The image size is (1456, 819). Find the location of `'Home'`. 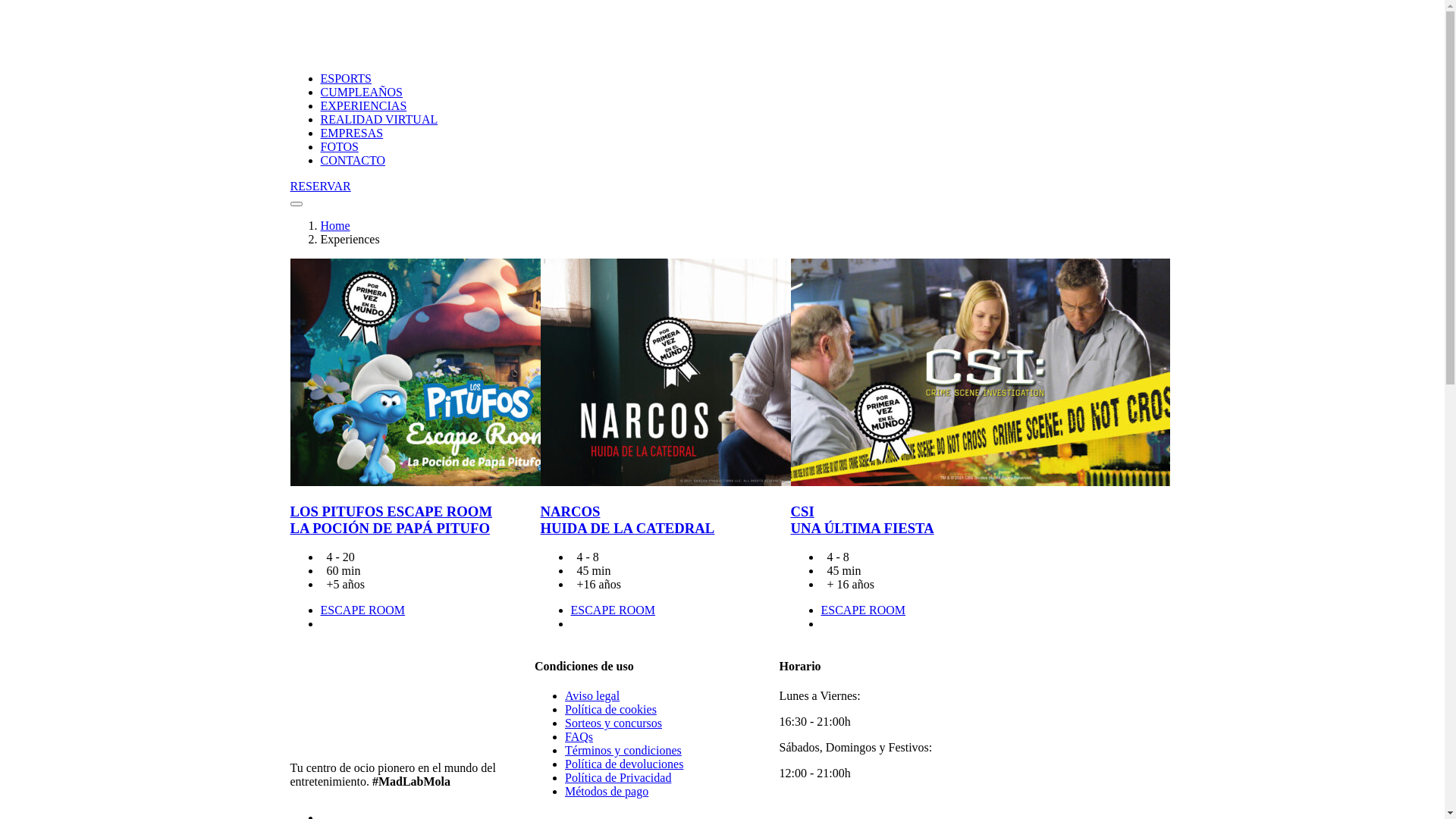

'Home' is located at coordinates (319, 225).